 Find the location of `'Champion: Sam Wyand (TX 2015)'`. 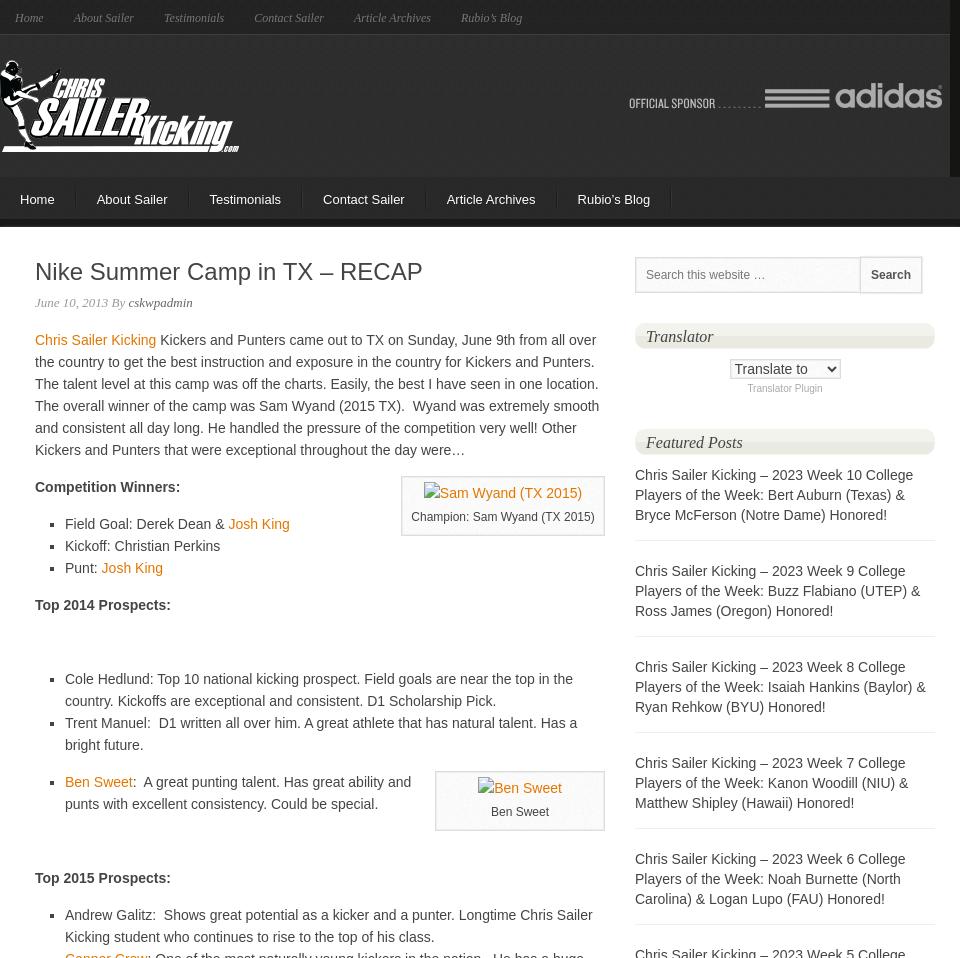

'Champion: Sam Wyand (TX 2015)' is located at coordinates (409, 516).